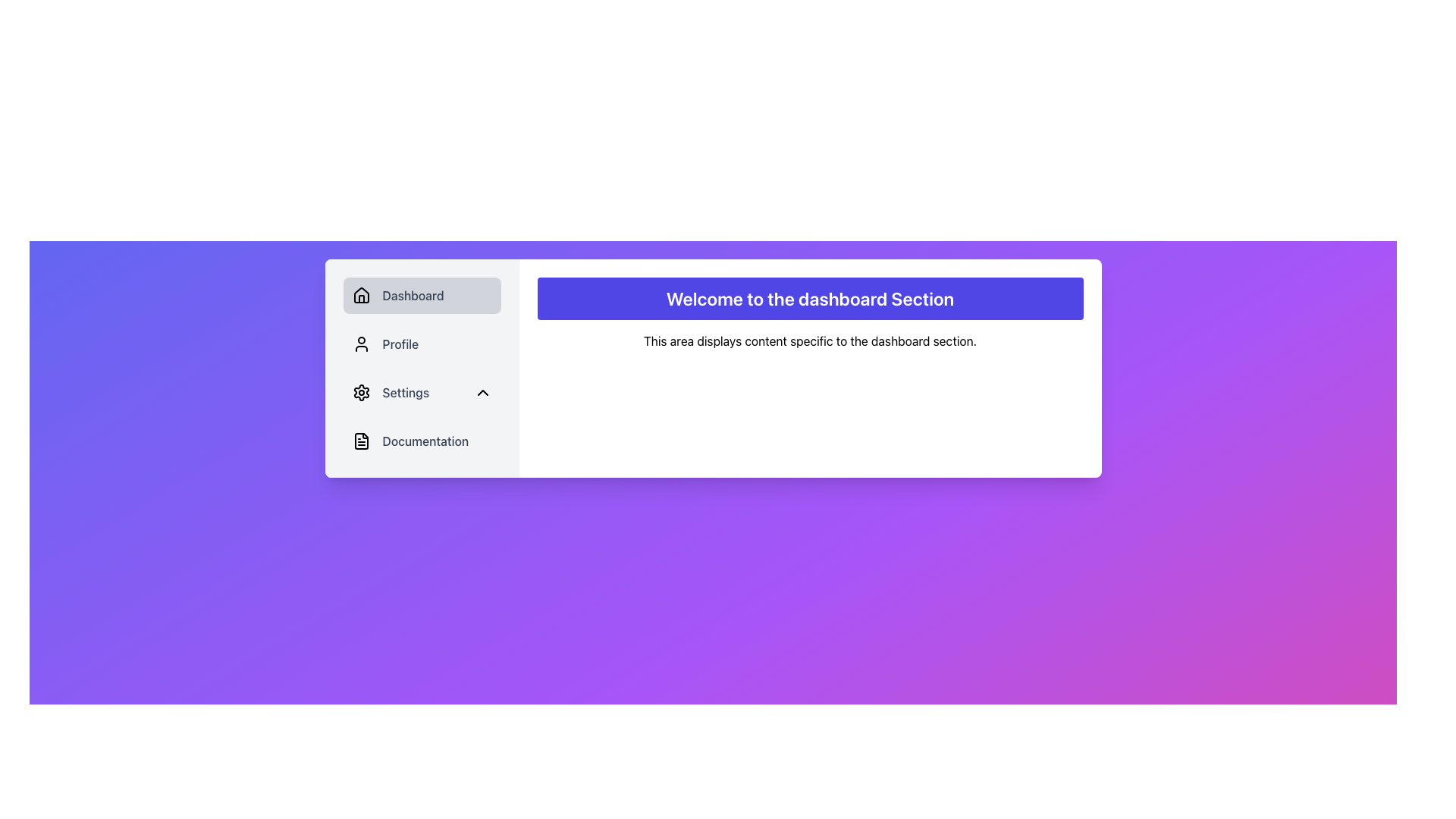 Image resolution: width=1456 pixels, height=819 pixels. I want to click on the SVG Icon representing the Profile section located in the vertical navigation menu, positioned to the left of the text 'Profile', so click(360, 344).